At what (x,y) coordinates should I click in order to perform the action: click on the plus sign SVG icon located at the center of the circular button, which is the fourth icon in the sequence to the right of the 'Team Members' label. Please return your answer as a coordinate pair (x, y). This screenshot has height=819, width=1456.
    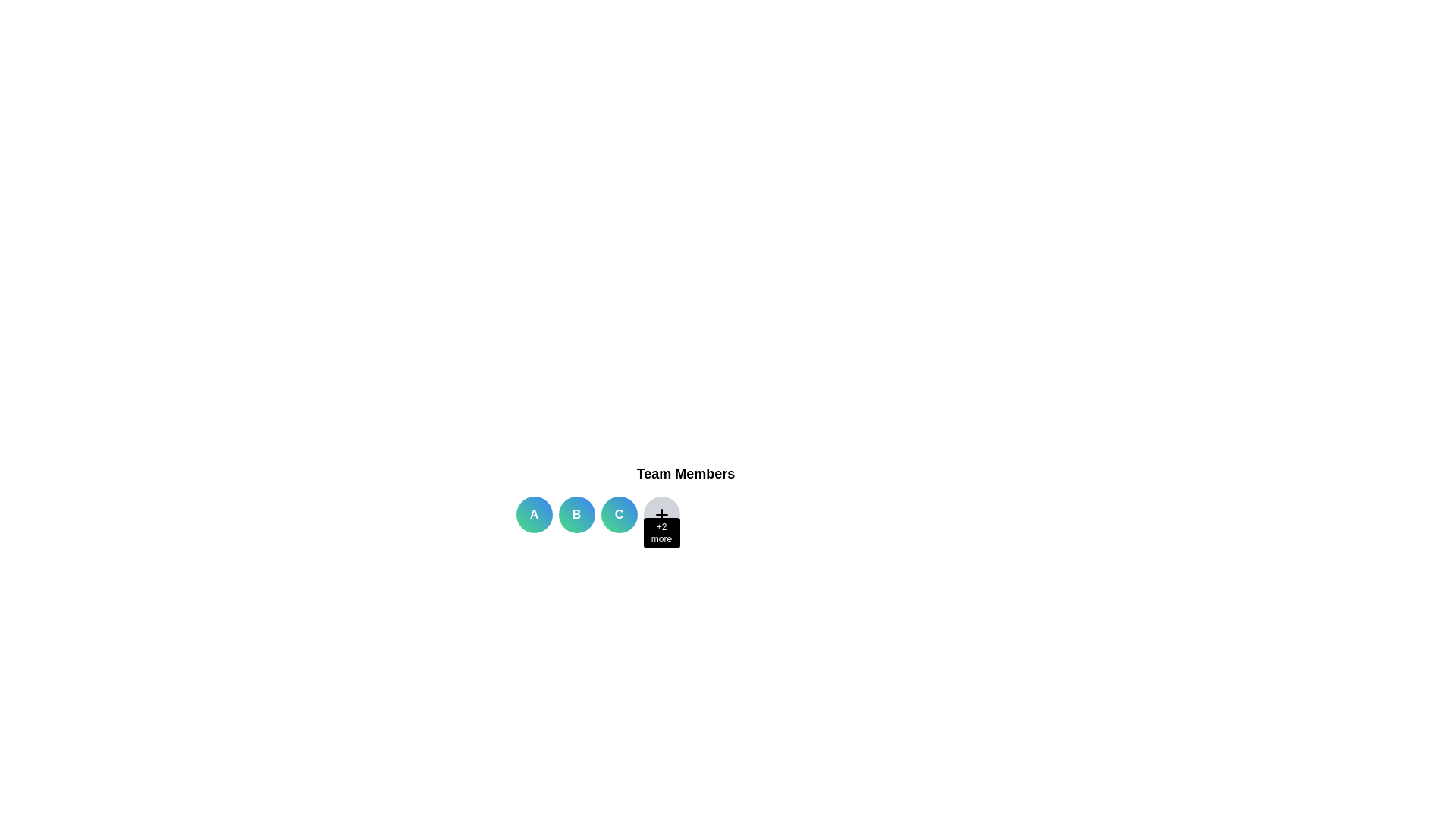
    Looking at the image, I should click on (661, 513).